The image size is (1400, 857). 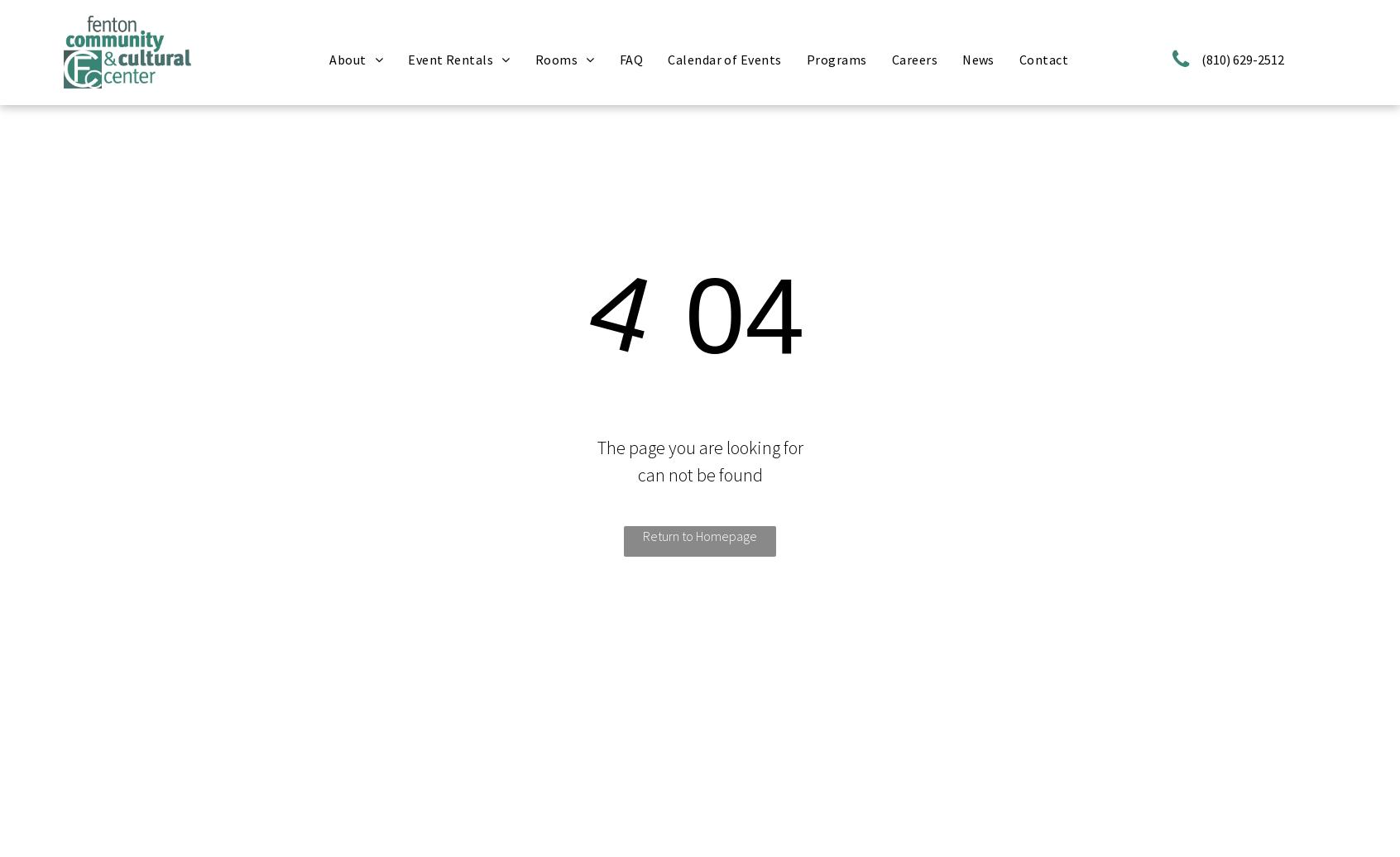 I want to click on 'Event Rentals', so click(x=407, y=58).